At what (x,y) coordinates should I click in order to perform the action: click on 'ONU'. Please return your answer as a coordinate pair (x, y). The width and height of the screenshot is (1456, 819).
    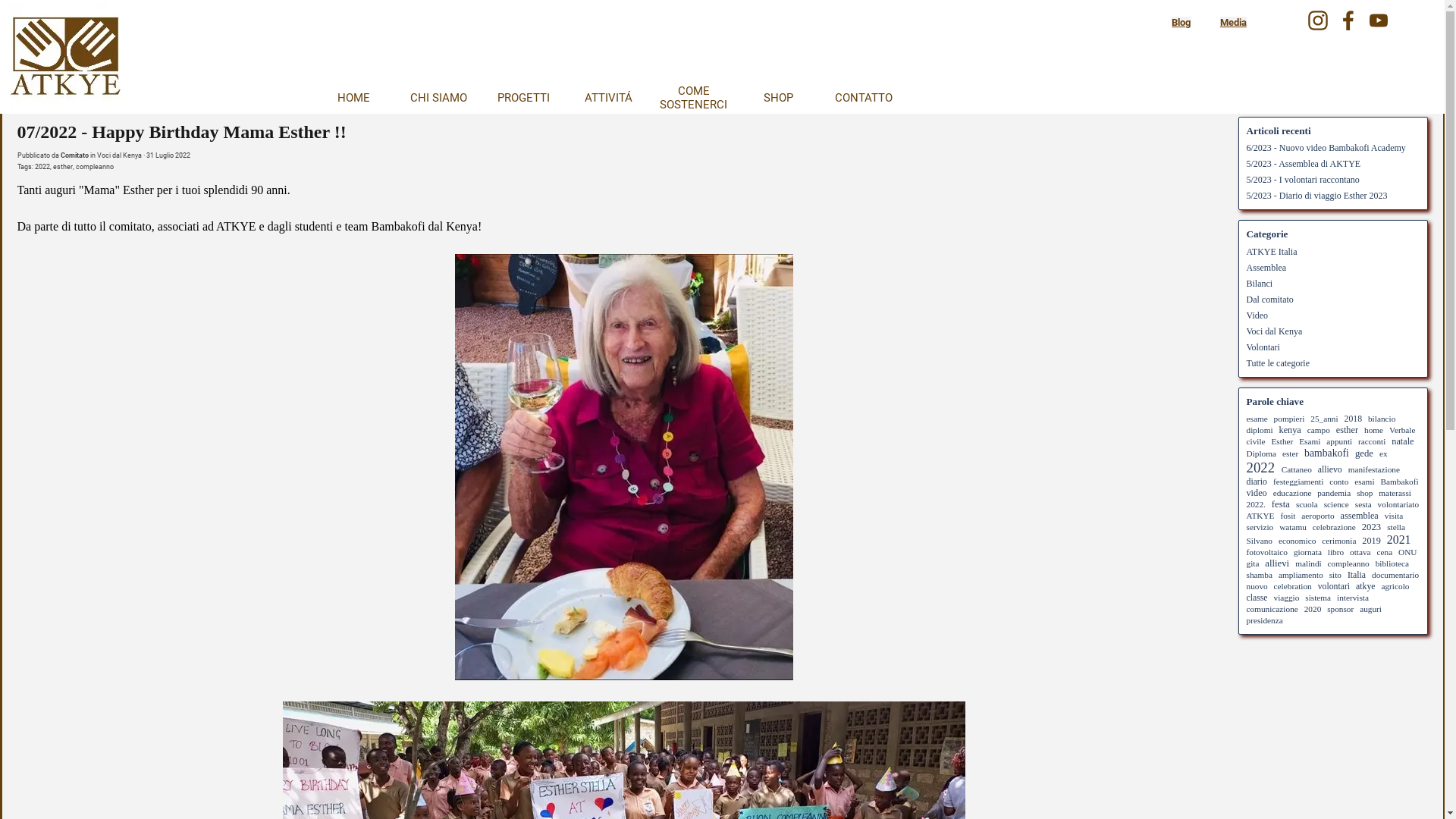
    Looking at the image, I should click on (1407, 552).